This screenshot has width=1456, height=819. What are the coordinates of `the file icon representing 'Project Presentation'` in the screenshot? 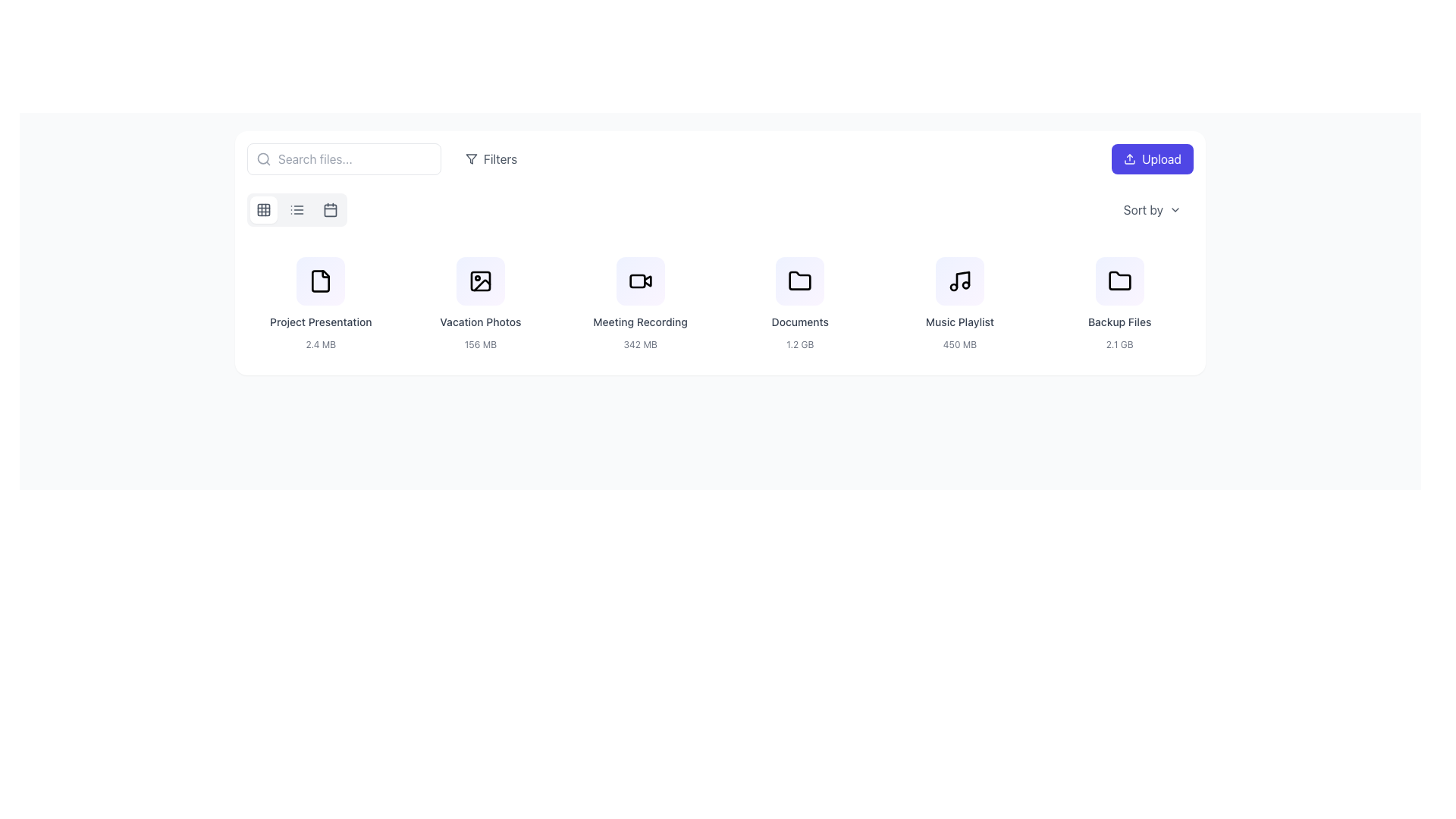 It's located at (320, 281).